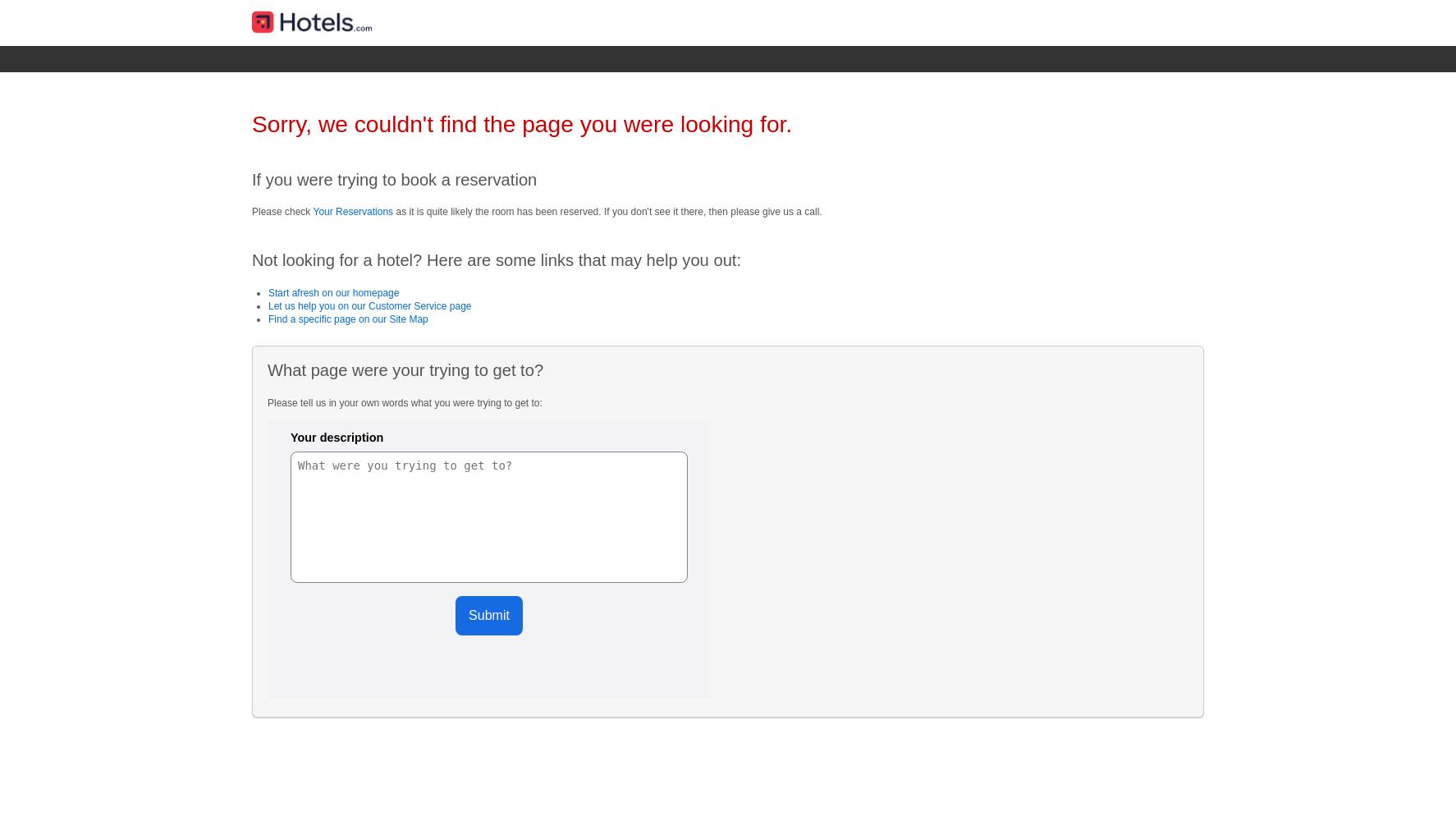 The height and width of the screenshot is (821, 1456). I want to click on 'as it is quite likely the room has been reserved. If you don't see it there, then please give us a call.', so click(606, 211).